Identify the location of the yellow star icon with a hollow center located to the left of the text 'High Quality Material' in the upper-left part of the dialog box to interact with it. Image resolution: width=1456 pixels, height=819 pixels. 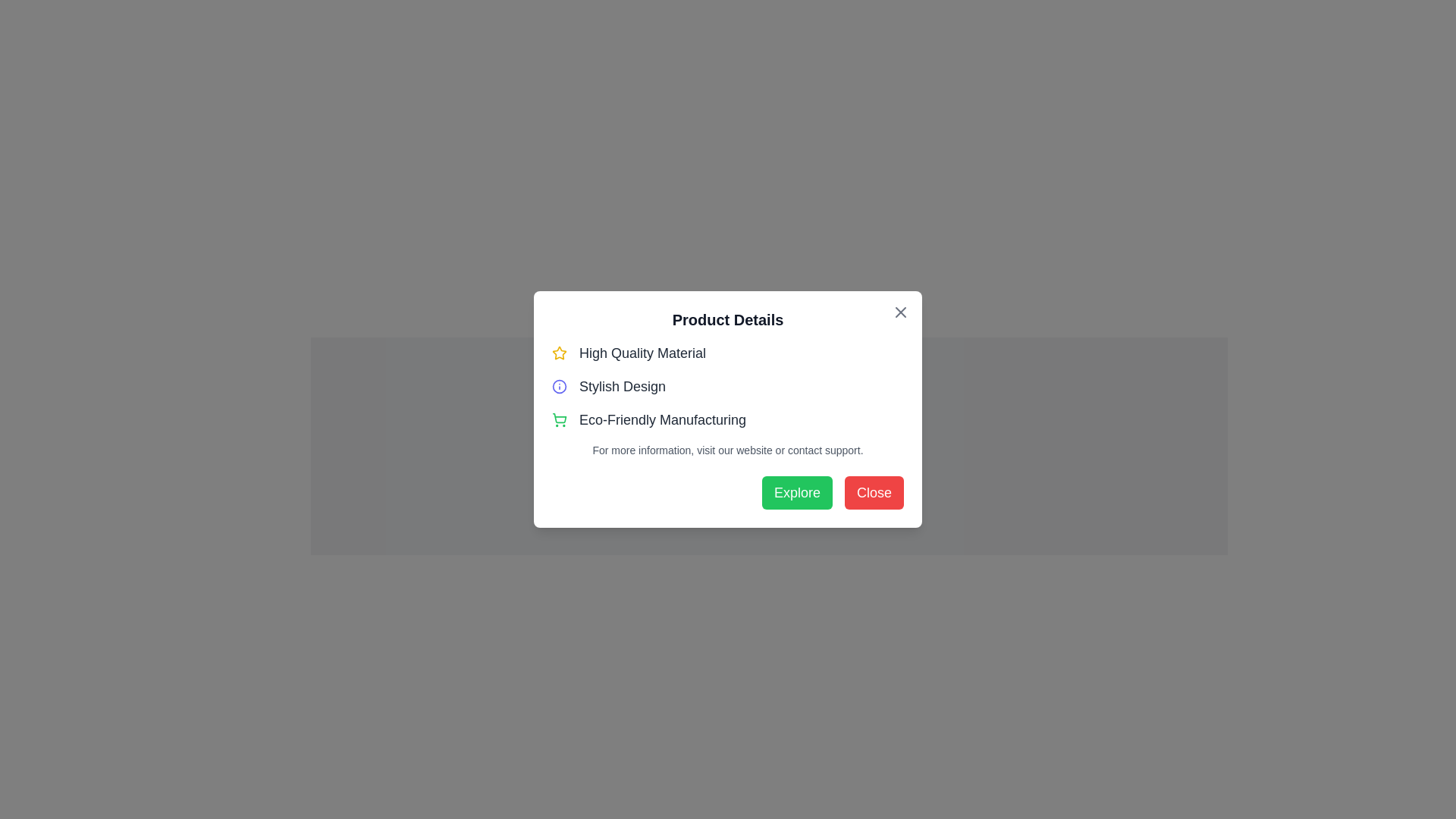
(559, 353).